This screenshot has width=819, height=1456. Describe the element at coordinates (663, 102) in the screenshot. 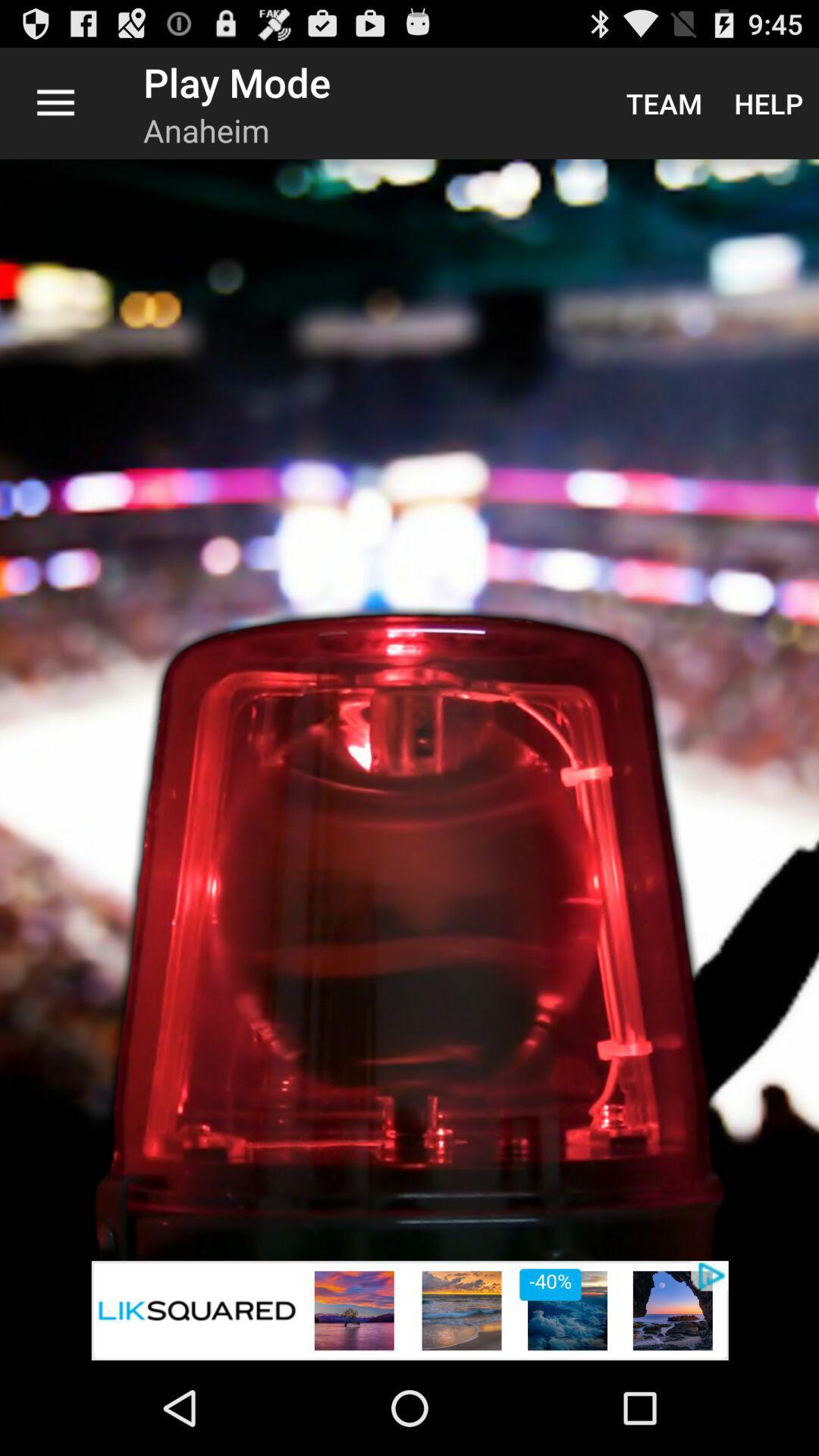

I see `team item` at that location.